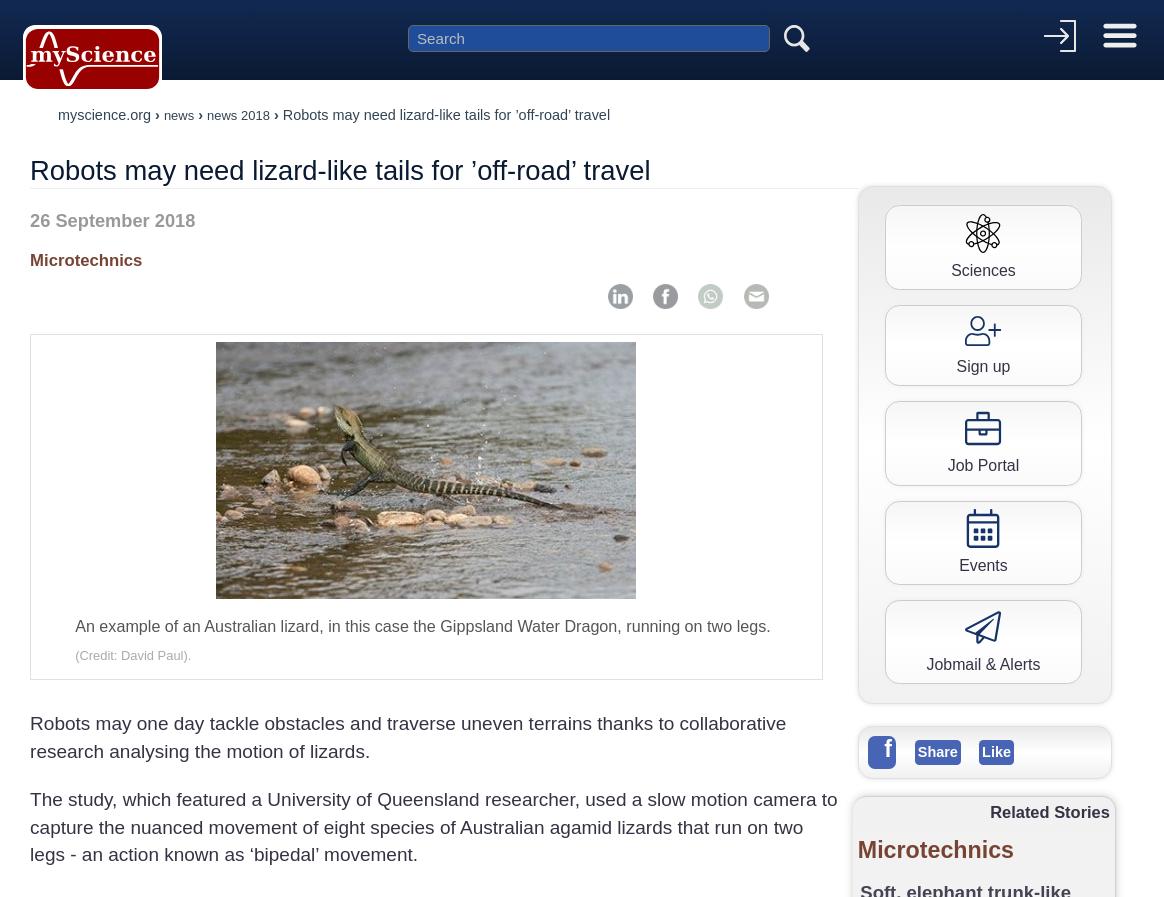  Describe the element at coordinates (996, 750) in the screenshot. I see `'Like'` at that location.